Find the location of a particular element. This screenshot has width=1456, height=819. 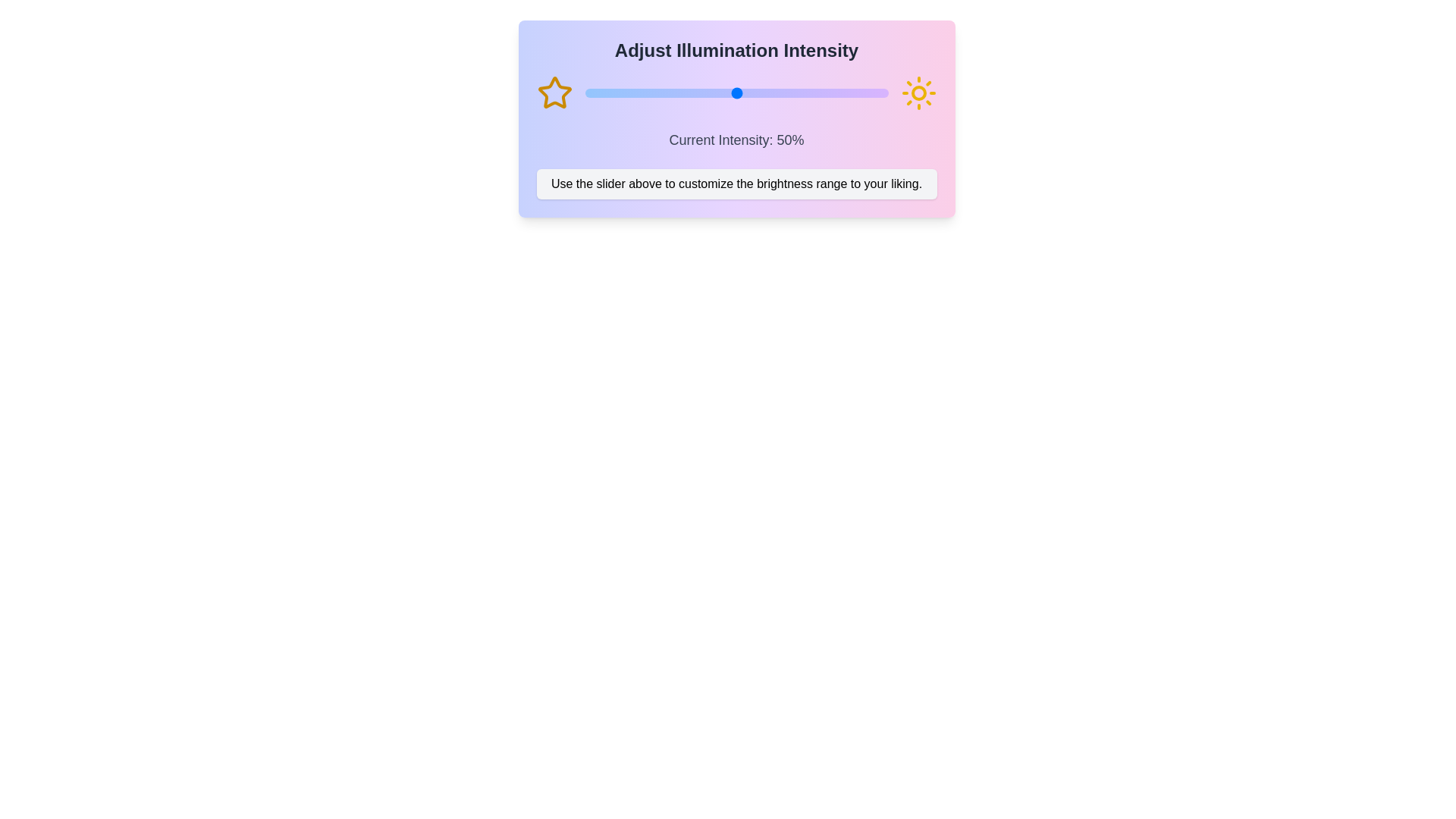

the slider to set the intensity to 30% is located at coordinates (675, 93).